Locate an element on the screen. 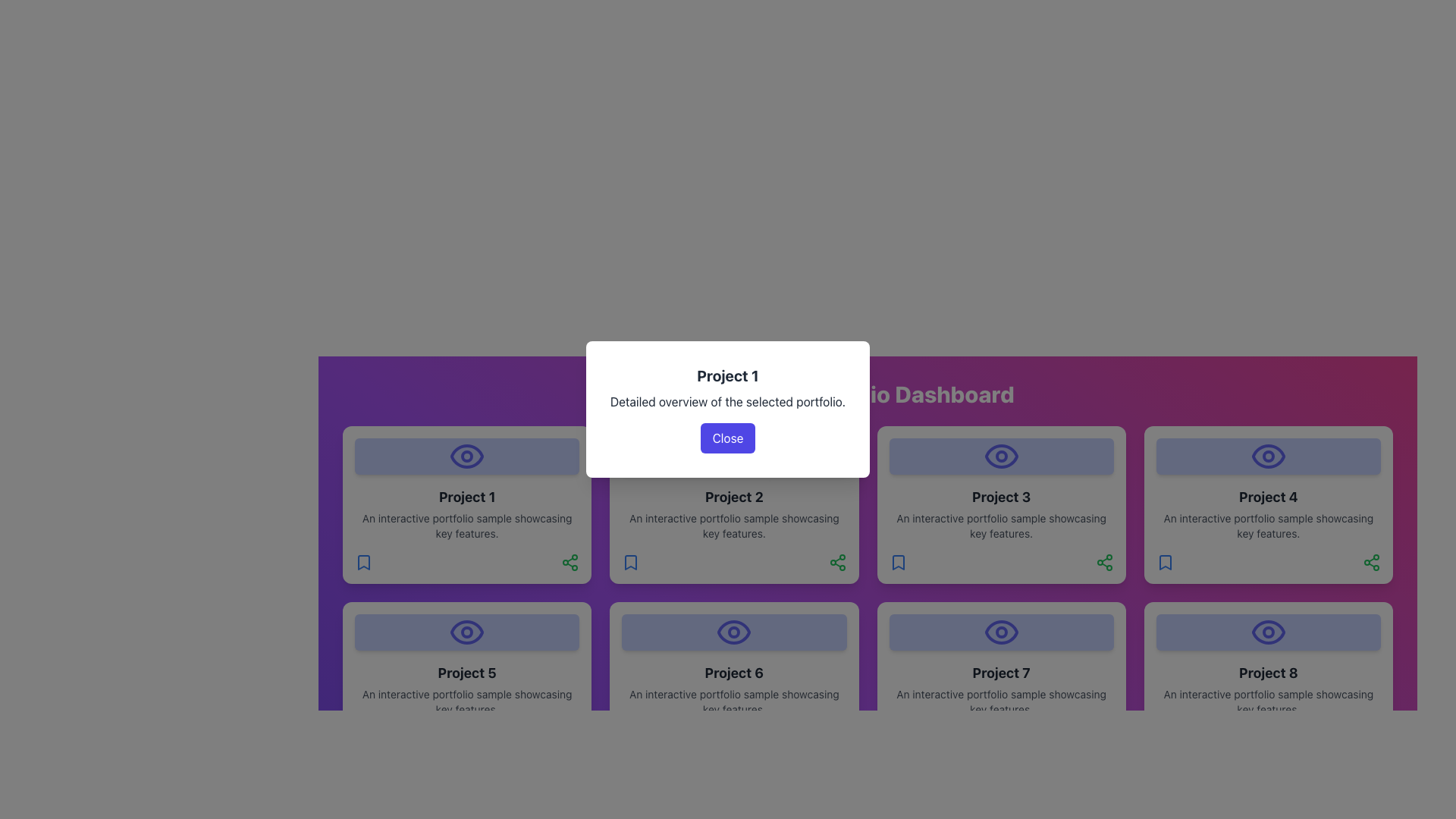 The width and height of the screenshot is (1456, 819). the viewing icon located in the upper part of the 'Project 4' card, which is positioned in the second row and second column of the grid layout is located at coordinates (1268, 455).